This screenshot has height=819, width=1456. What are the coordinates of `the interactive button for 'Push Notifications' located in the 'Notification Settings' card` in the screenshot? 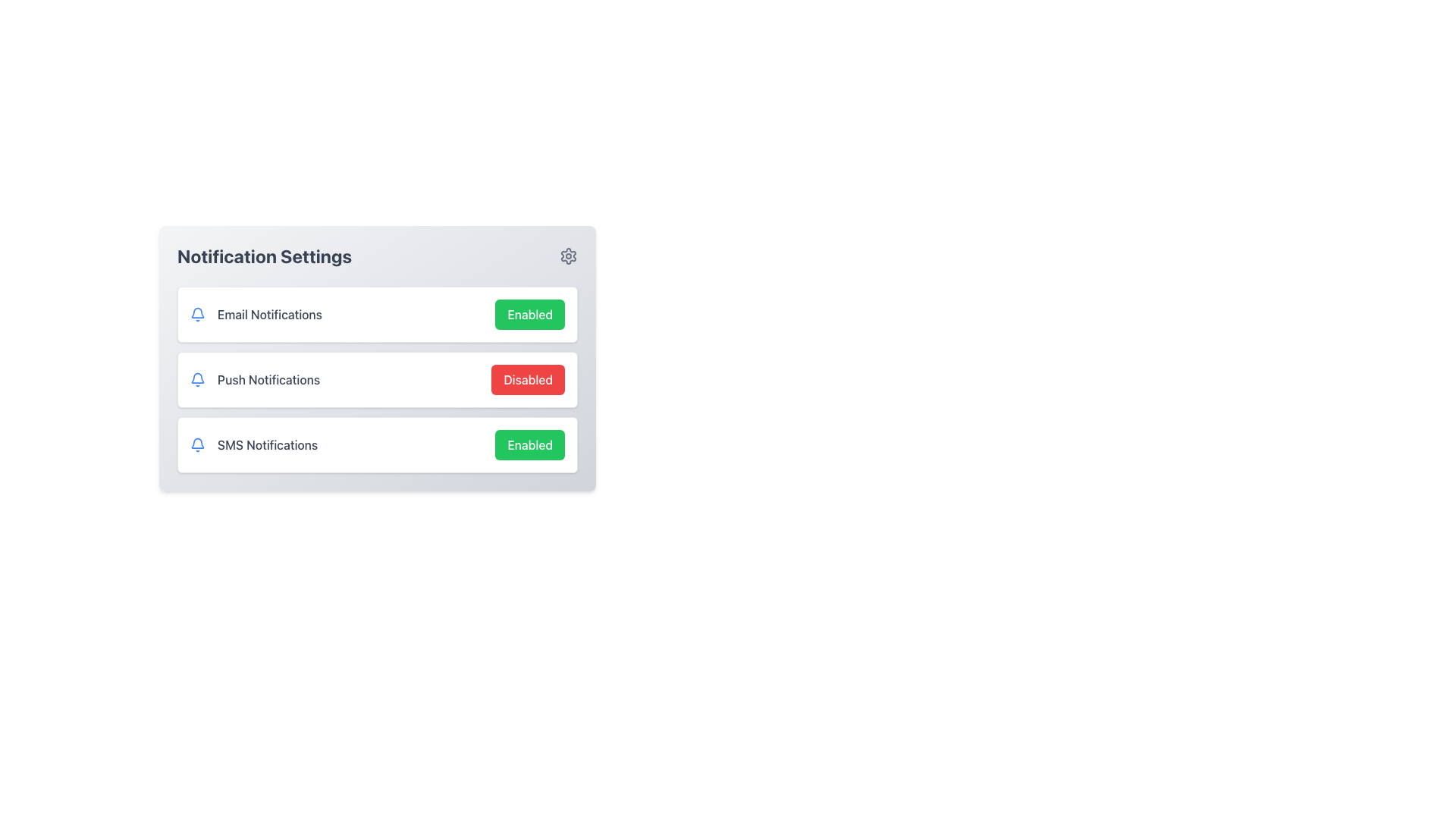 It's located at (378, 379).